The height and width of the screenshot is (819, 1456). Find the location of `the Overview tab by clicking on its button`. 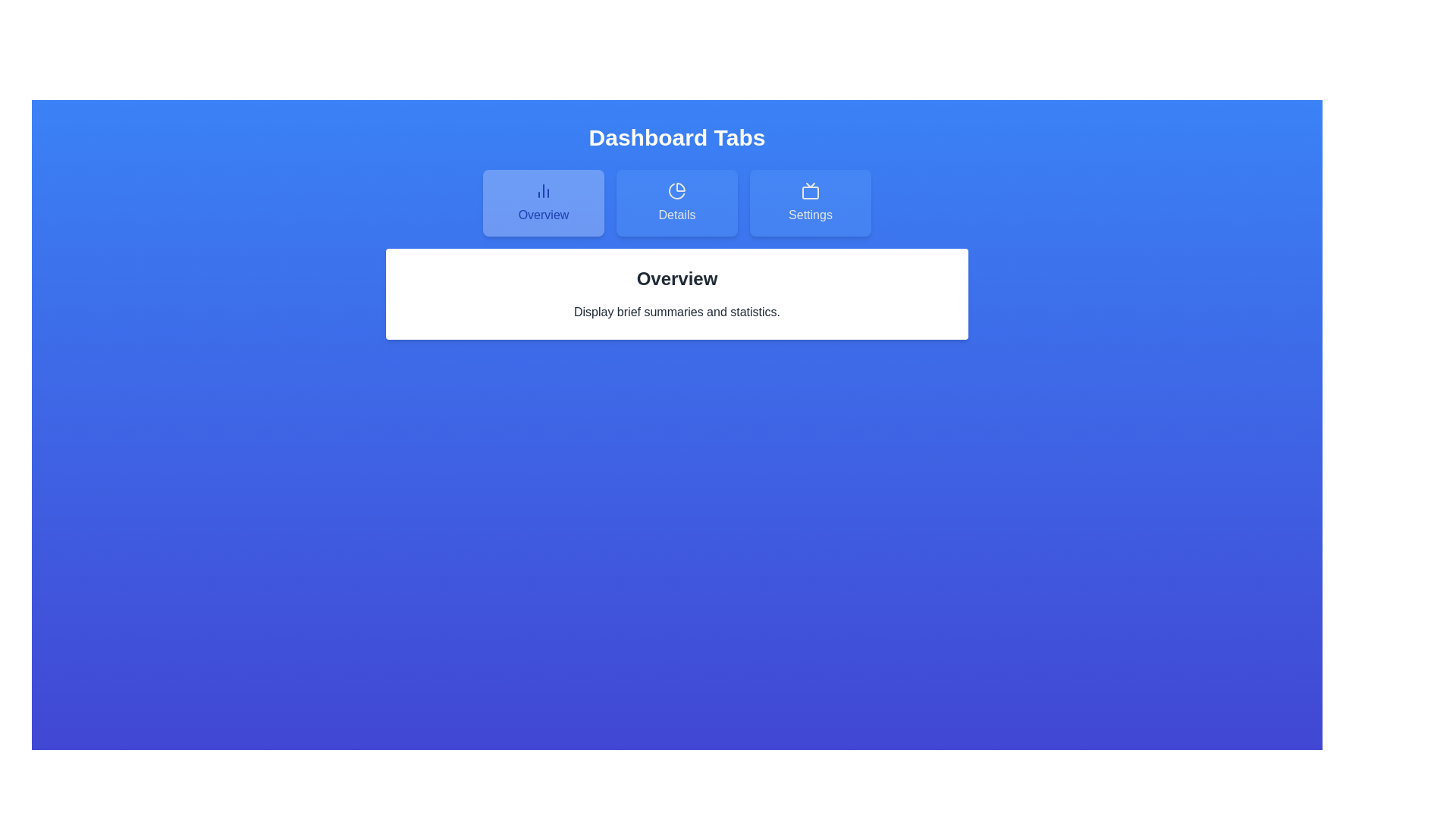

the Overview tab by clicking on its button is located at coordinates (543, 202).